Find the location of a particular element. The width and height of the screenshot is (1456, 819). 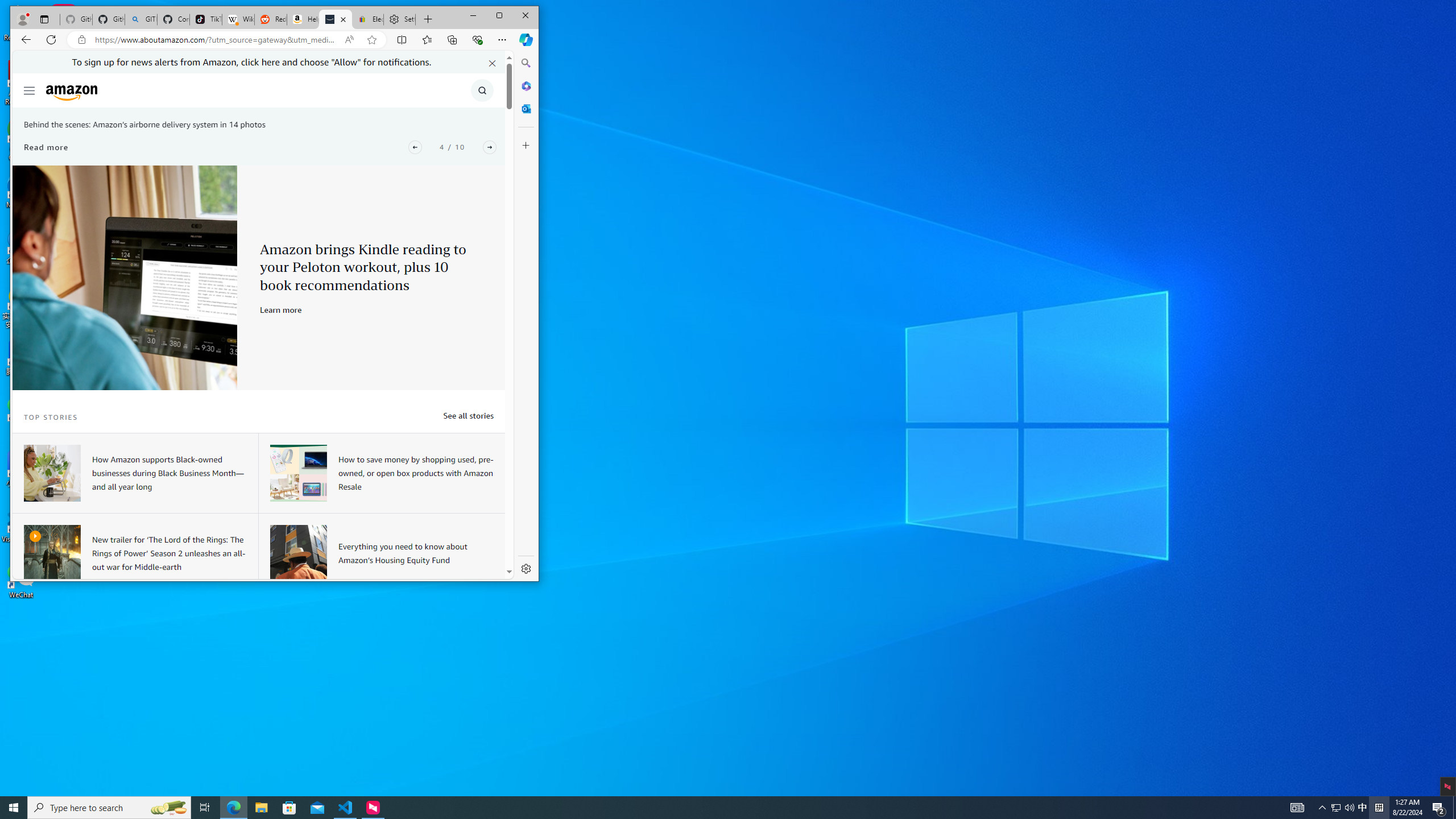

'Task View' is located at coordinates (204, 806).